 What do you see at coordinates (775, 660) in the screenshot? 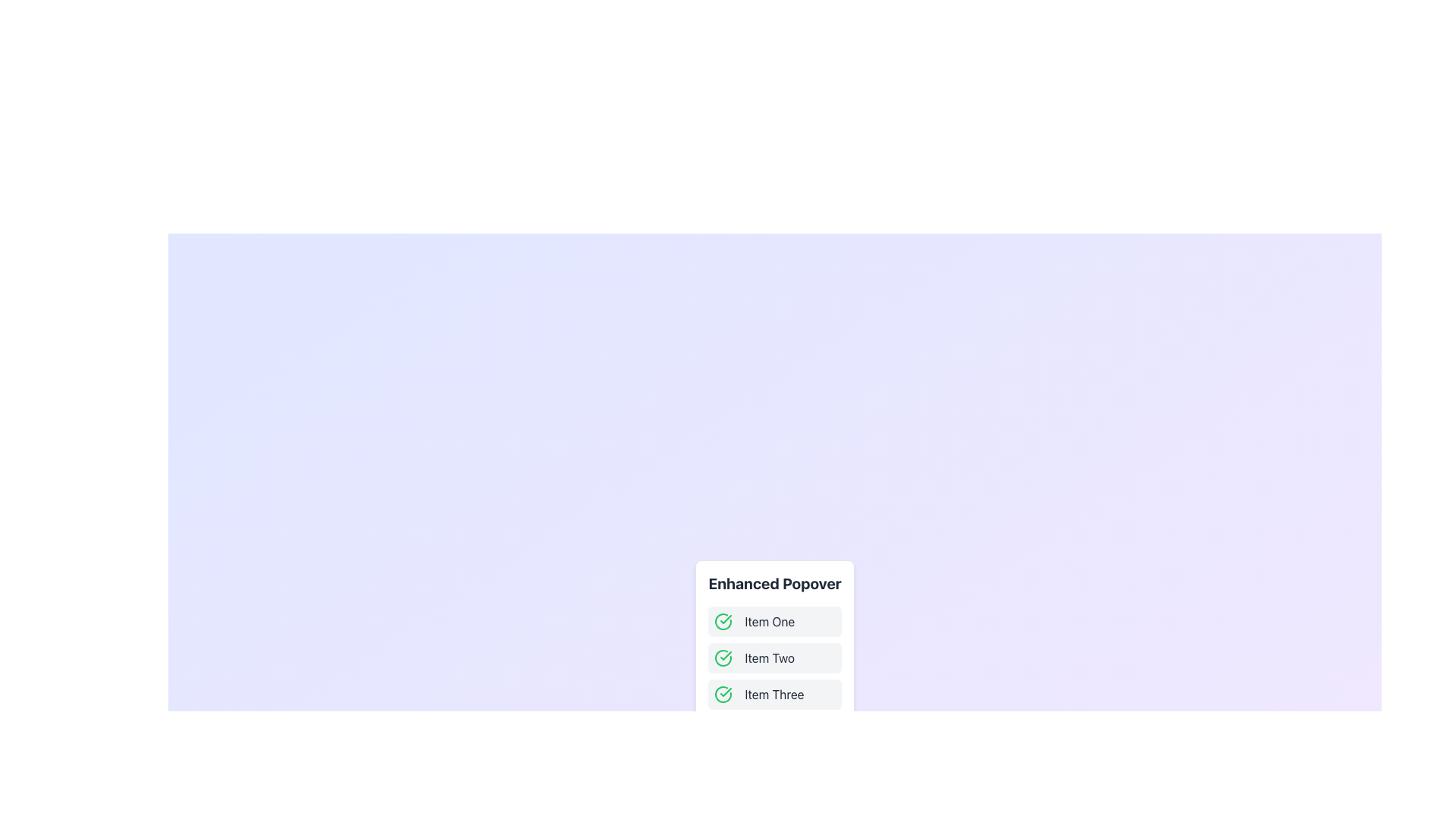
I see `the second item labeled 'Item Two' in the 'Enhanced Popover'` at bounding box center [775, 660].